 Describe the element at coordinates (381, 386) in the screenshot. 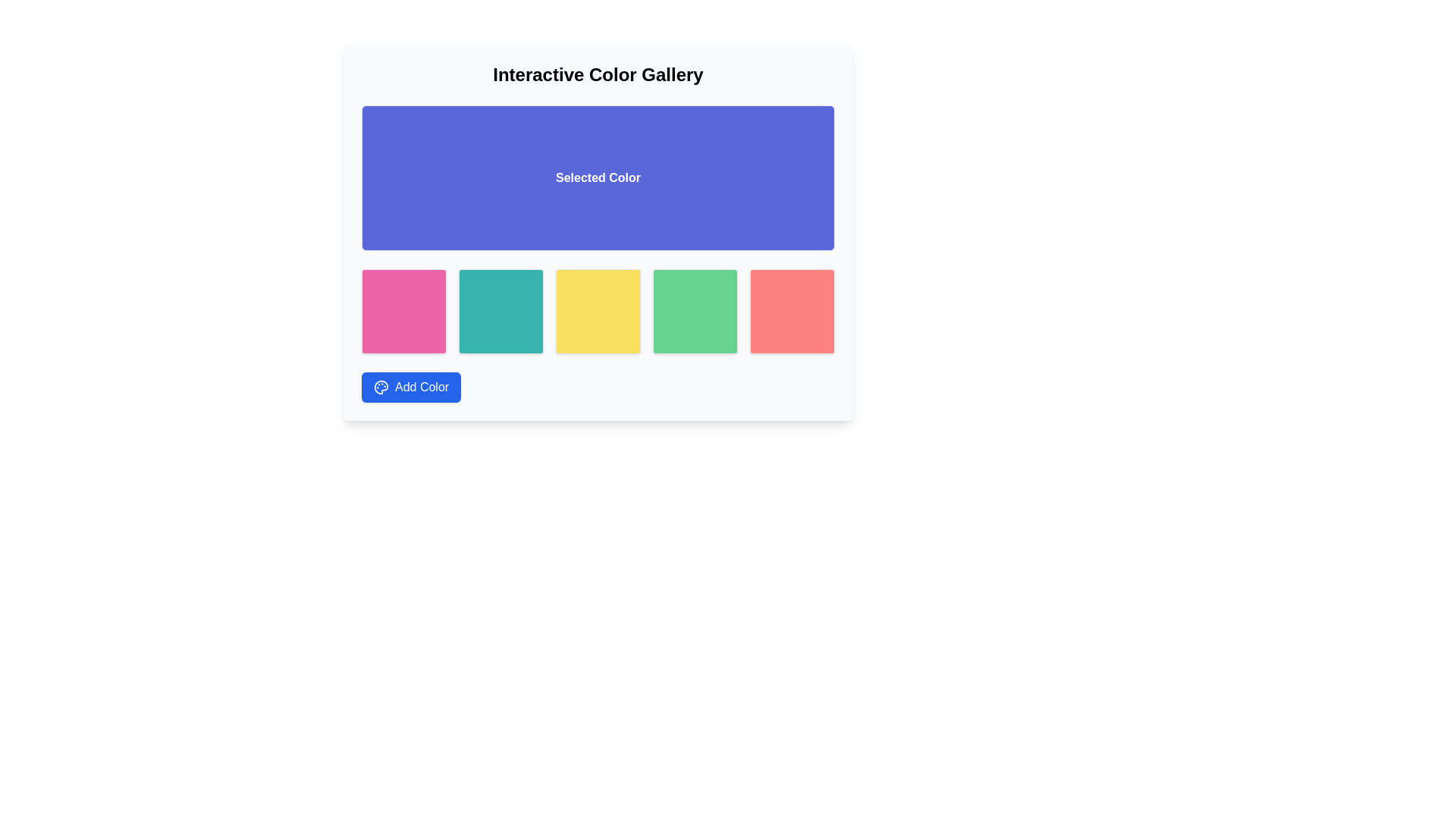

I see `the palette icon located within the 'Add Color' button at the bottom-left corner of the interface` at that location.